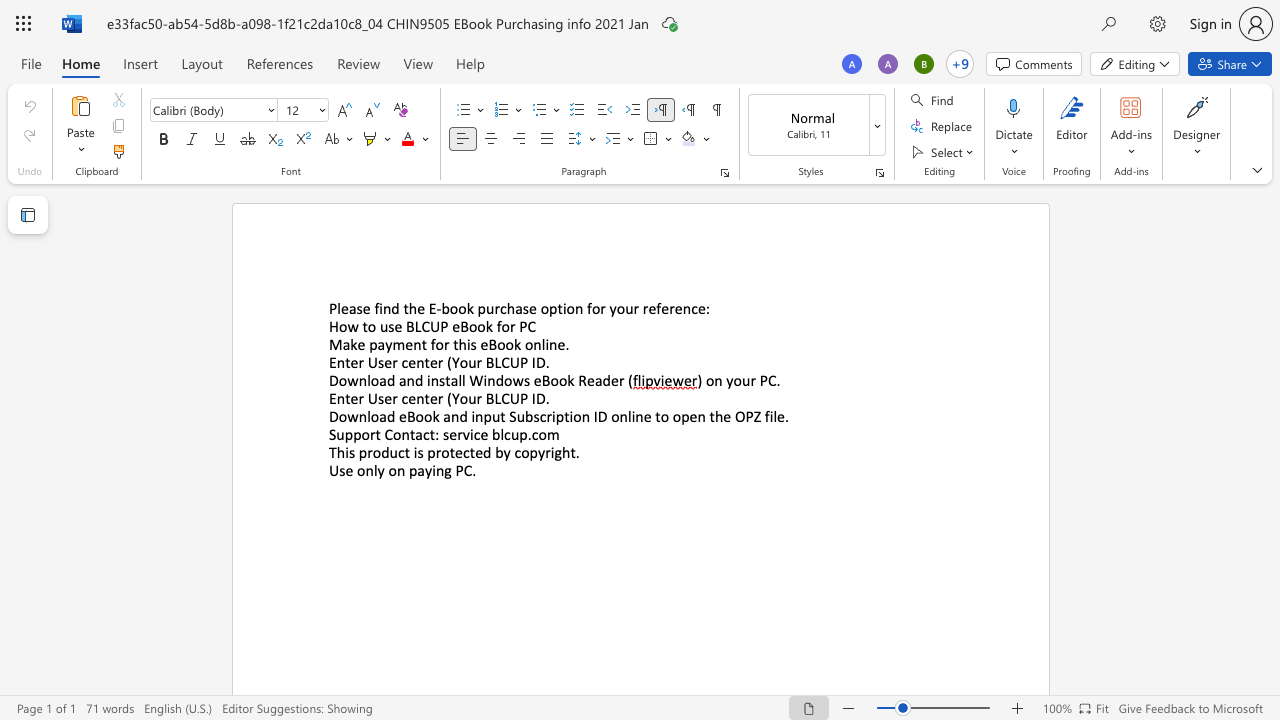 Image resolution: width=1280 pixels, height=720 pixels. What do you see at coordinates (509, 325) in the screenshot?
I see `the space between the continuous character "o" and "r" in the text` at bounding box center [509, 325].